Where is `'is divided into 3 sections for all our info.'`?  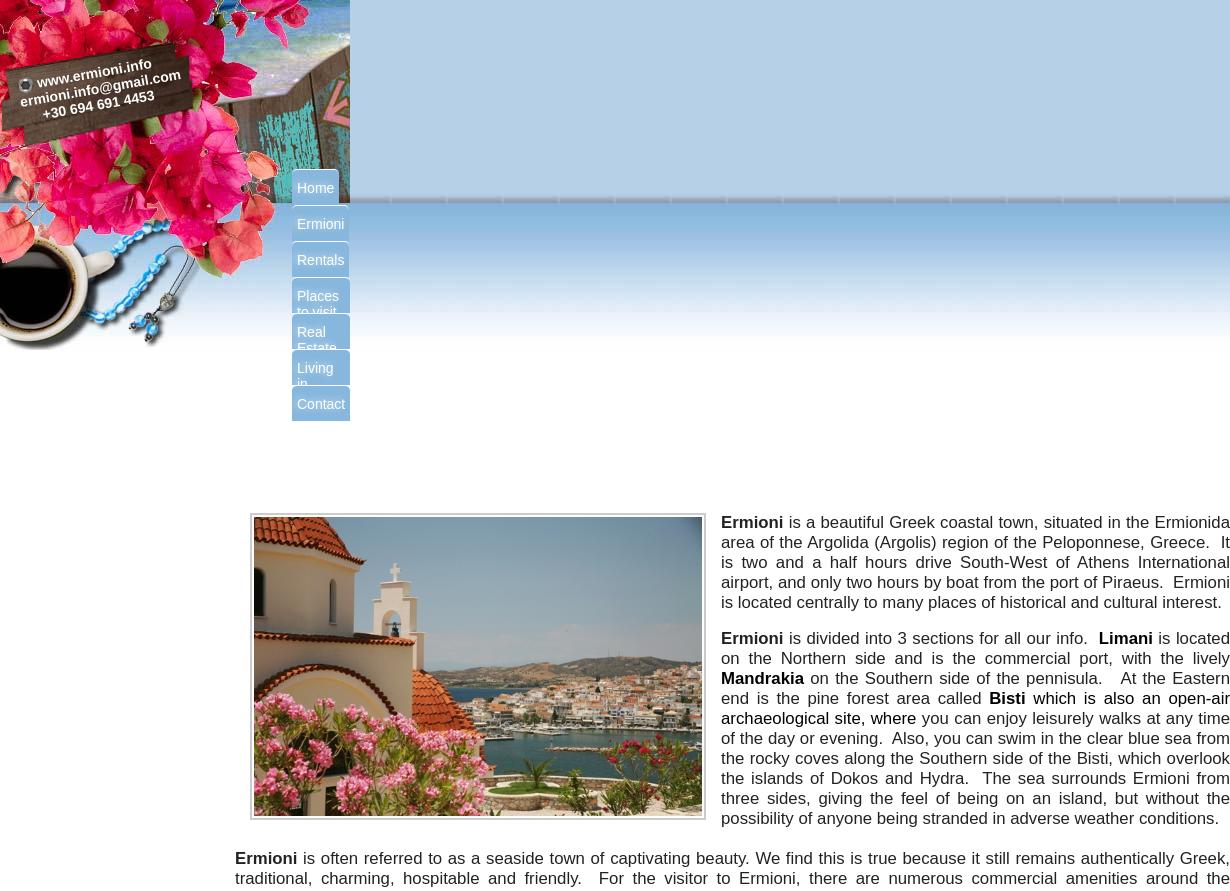
'is divided into 3 sections for all our info.' is located at coordinates (942, 637).